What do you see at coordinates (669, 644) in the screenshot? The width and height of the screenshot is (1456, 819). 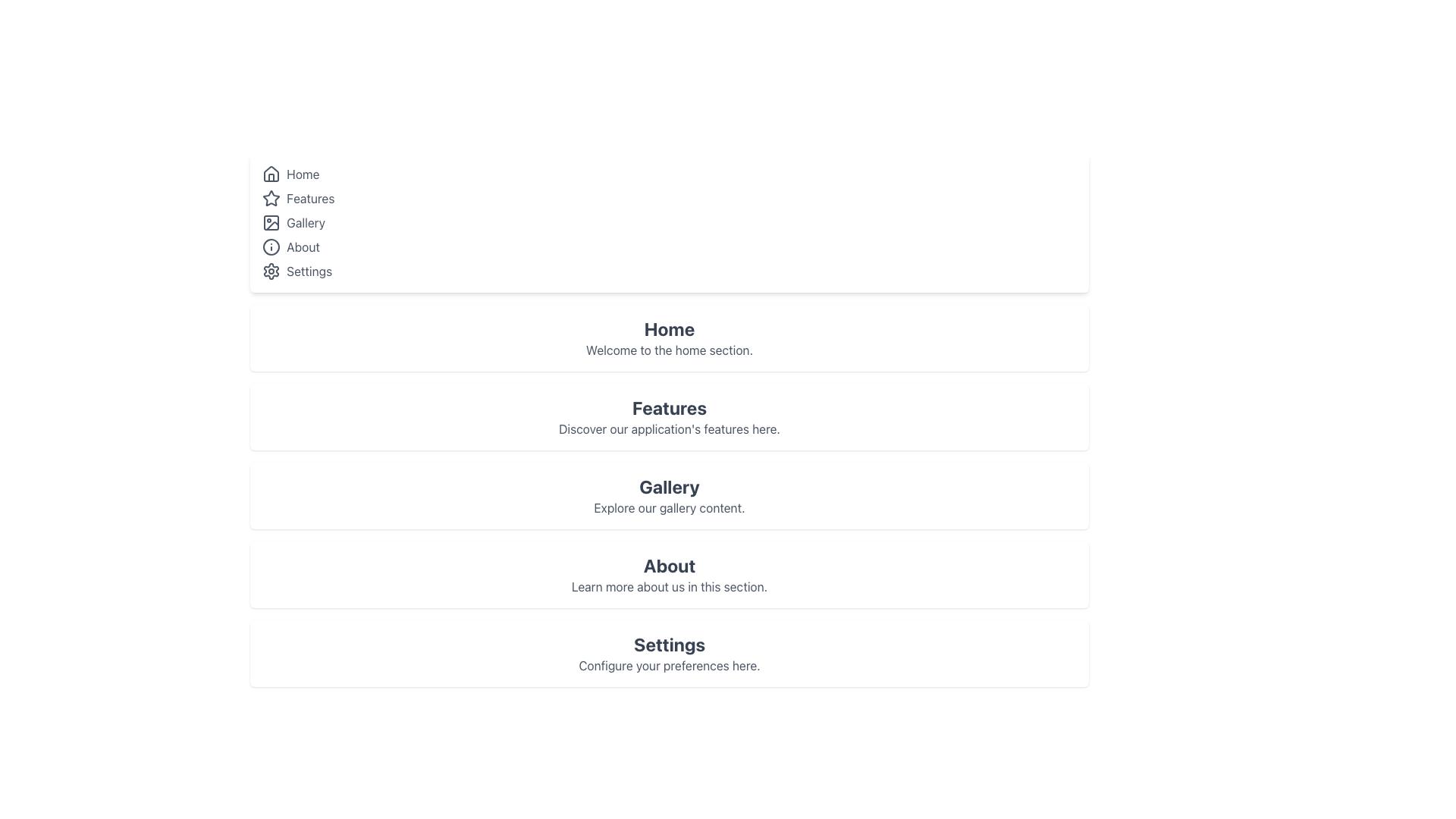 I see `the 'Settings' Text Label, which serves as a section title within the lower section of the interface, indicating the start of the settings area` at bounding box center [669, 644].